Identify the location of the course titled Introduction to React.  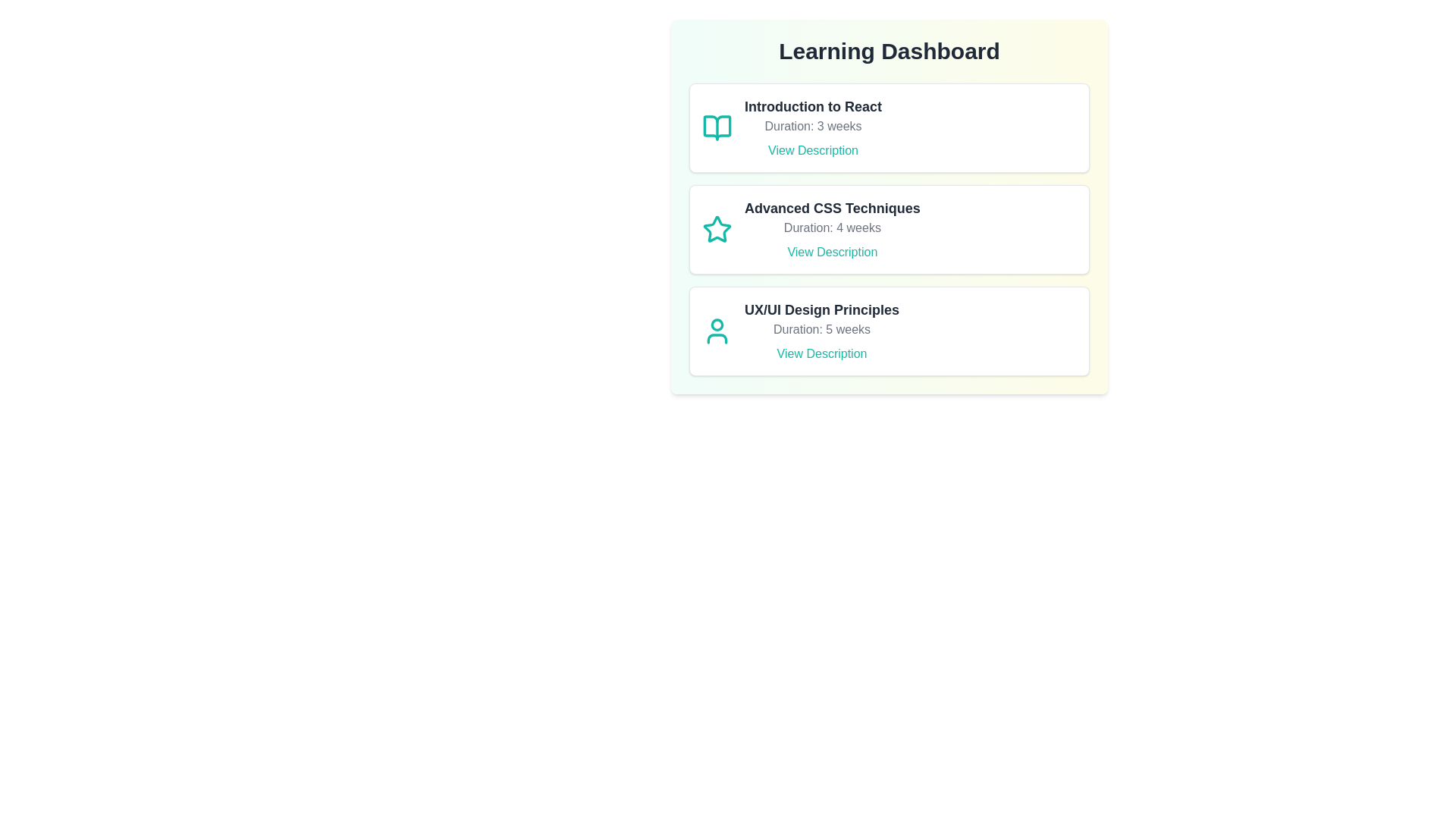
(889, 127).